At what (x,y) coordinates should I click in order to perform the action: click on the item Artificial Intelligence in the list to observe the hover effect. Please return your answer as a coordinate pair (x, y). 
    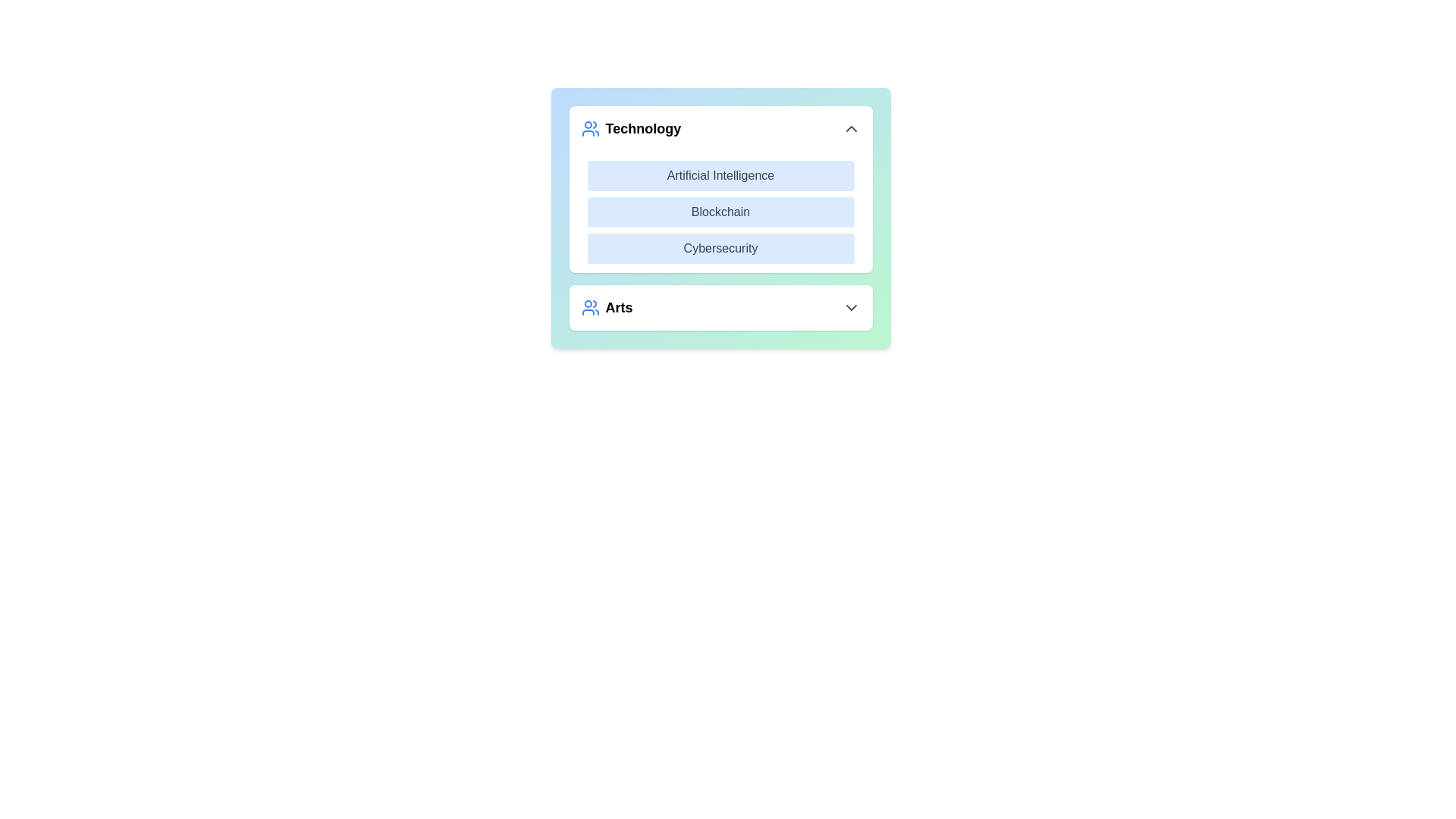
    Looking at the image, I should click on (720, 174).